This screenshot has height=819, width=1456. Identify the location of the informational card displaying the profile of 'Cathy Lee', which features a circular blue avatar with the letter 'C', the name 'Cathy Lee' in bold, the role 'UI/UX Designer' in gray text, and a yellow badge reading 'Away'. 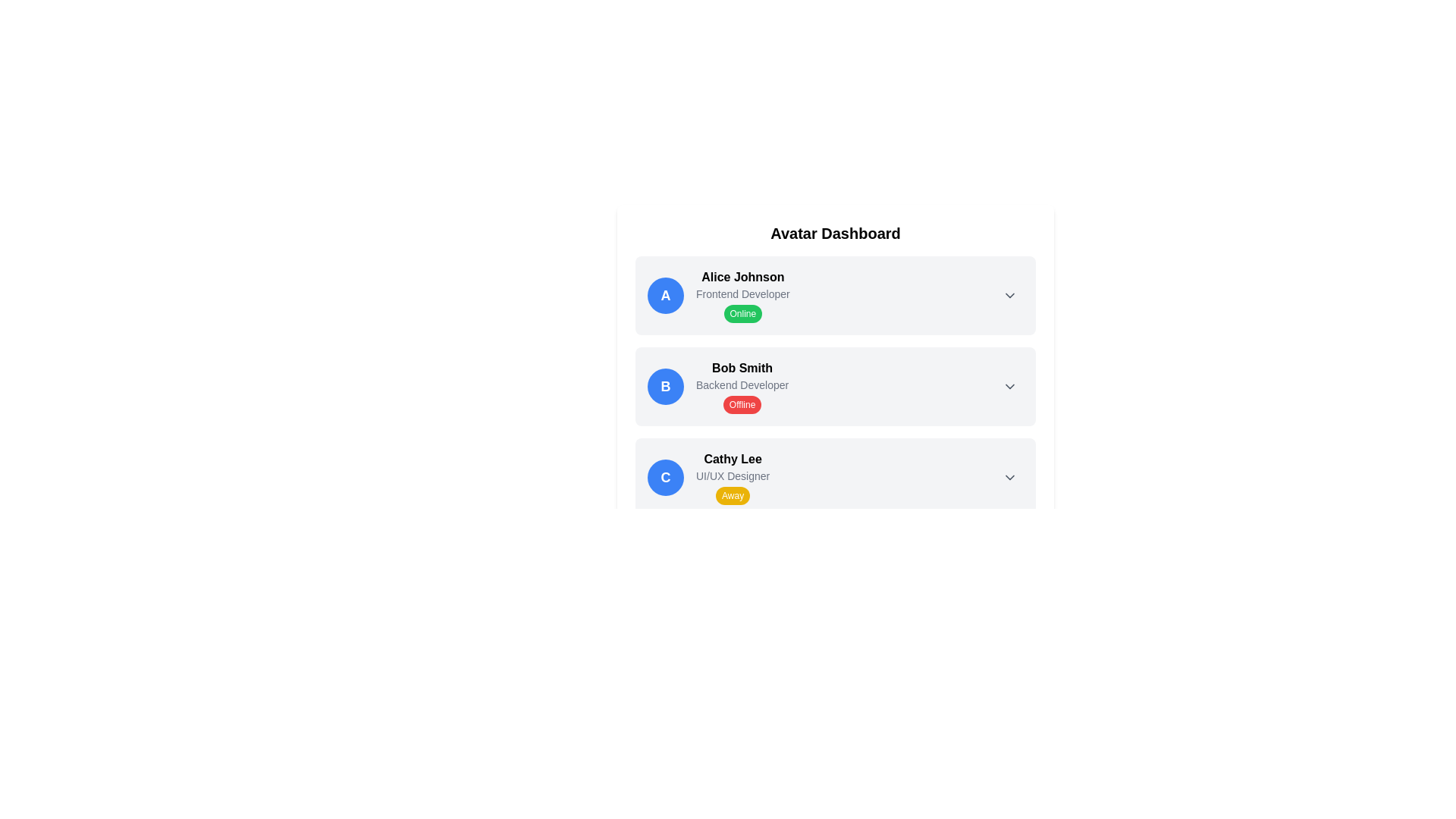
(708, 476).